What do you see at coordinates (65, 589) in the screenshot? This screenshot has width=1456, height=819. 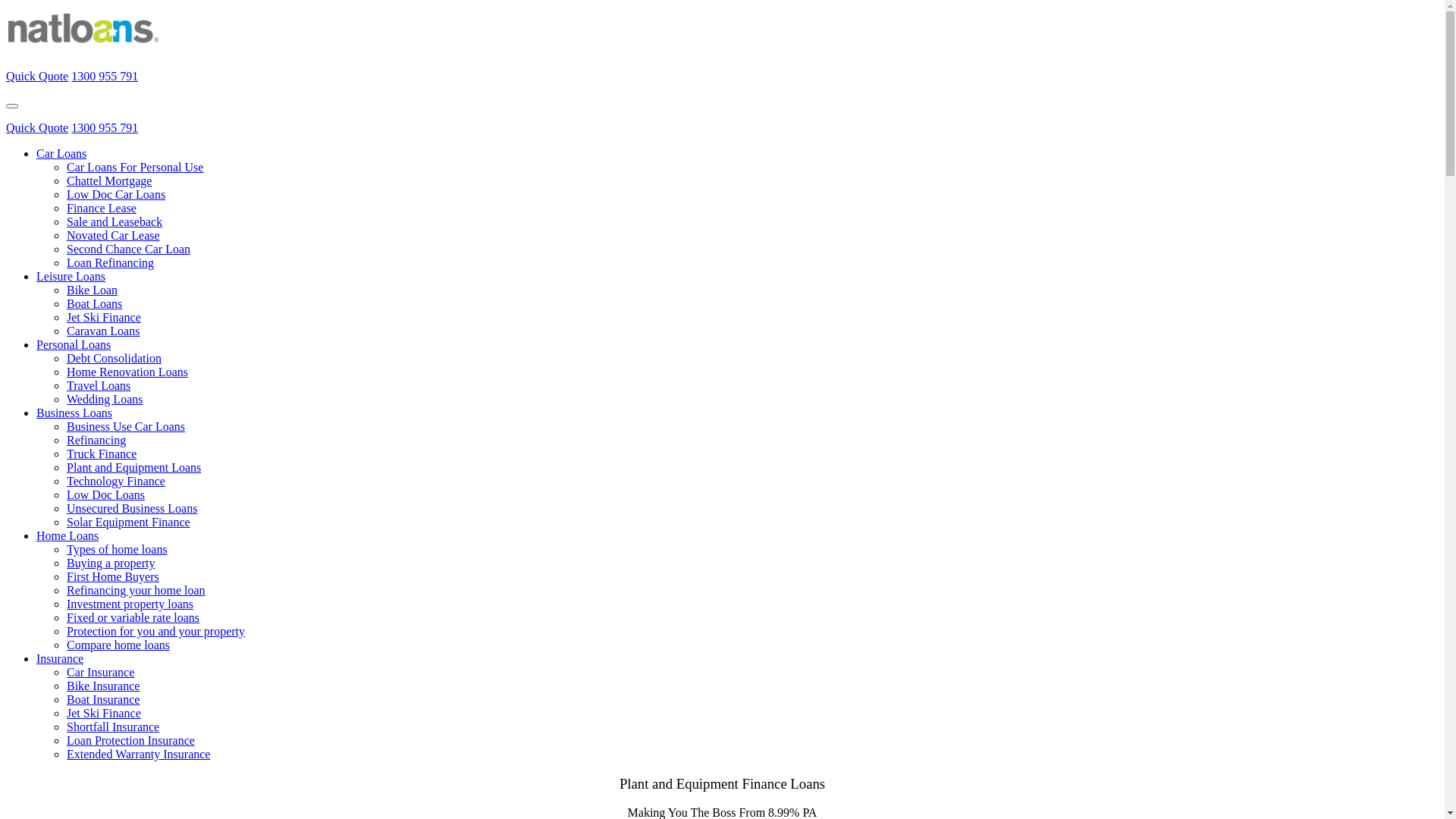 I see `'Refinancing your home loan'` at bounding box center [65, 589].